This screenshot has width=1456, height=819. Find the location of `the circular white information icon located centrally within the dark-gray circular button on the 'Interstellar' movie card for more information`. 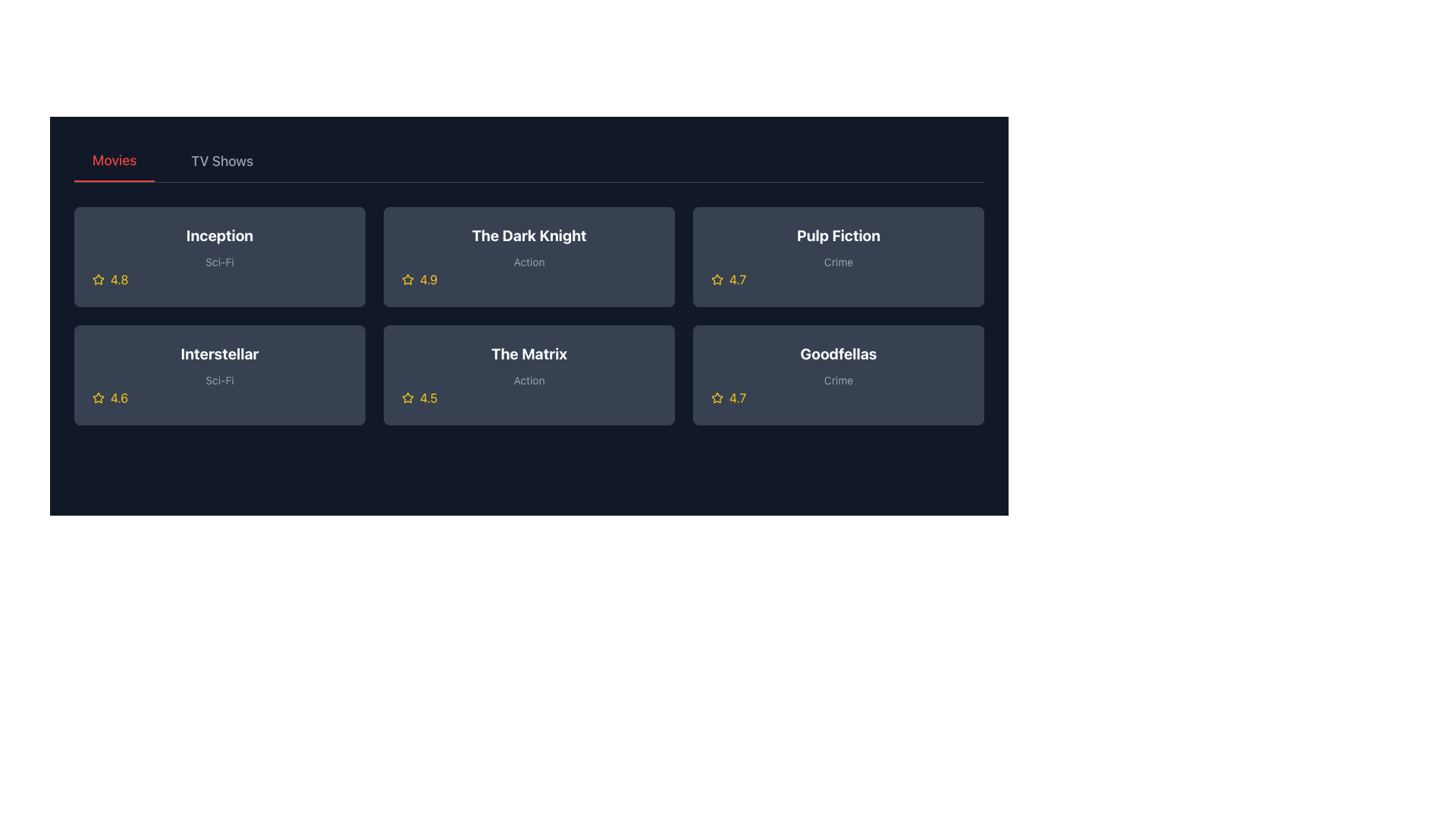

the circular white information icon located centrally within the dark-gray circular button on the 'Interstellar' movie card for more information is located at coordinates (218, 375).